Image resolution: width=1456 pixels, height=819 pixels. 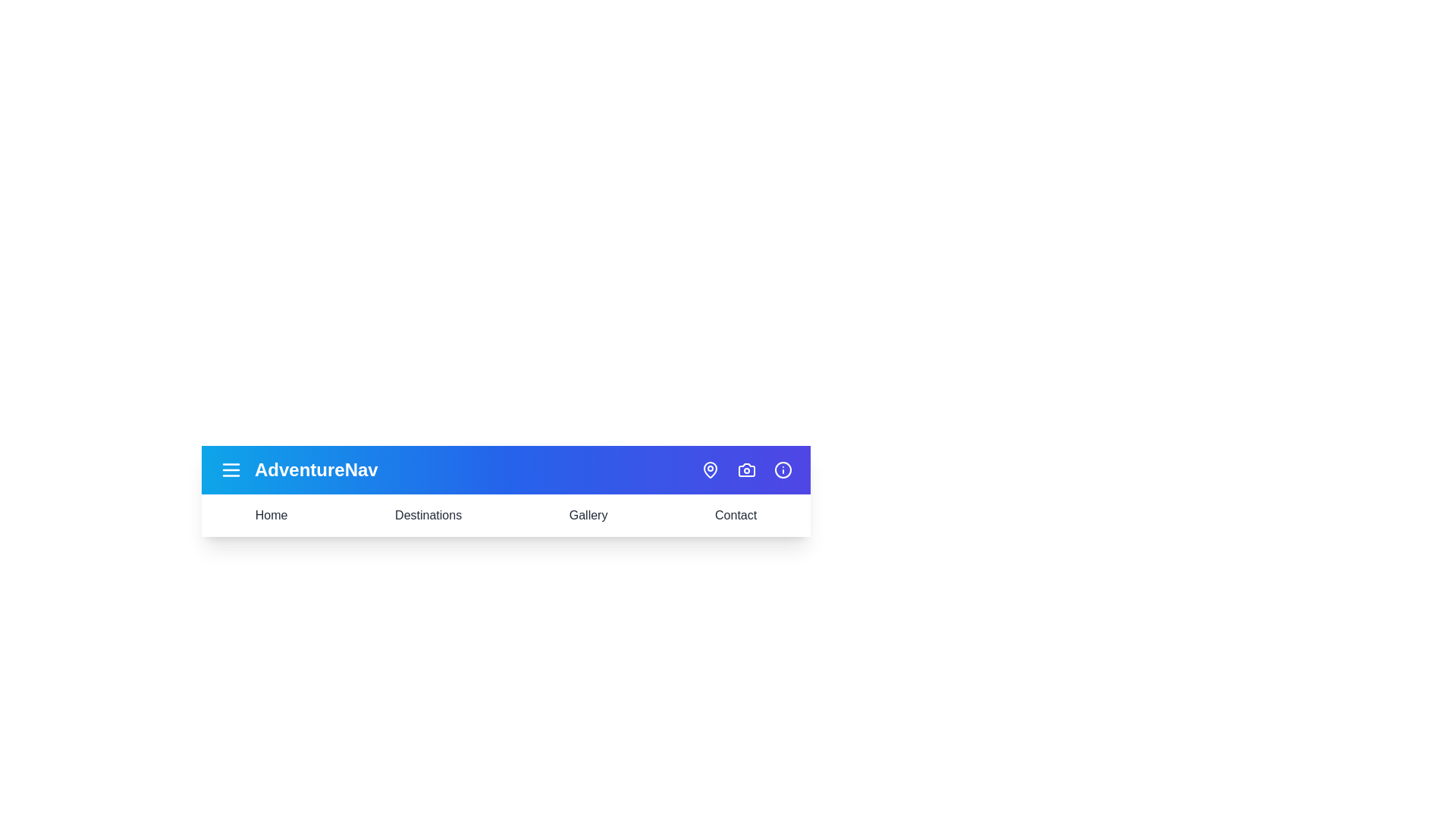 What do you see at coordinates (315, 469) in the screenshot?
I see `the text of the element AdventureNav for copying or inspection` at bounding box center [315, 469].